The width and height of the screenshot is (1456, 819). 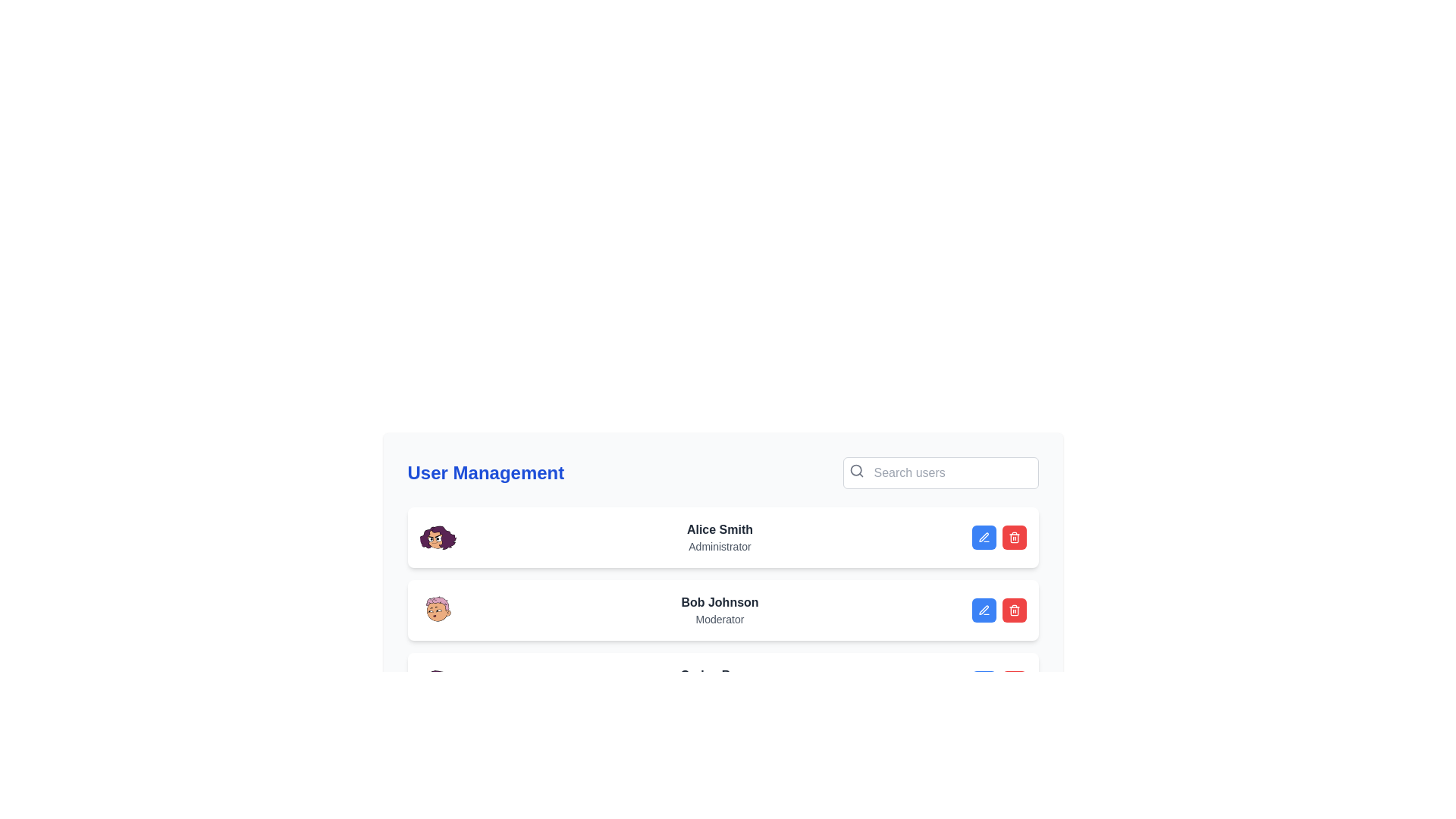 I want to click on the 'Edit' button associated with 'Alice Smith, Administrator' to potentially reveal tooltips or additional details, so click(x=984, y=537).